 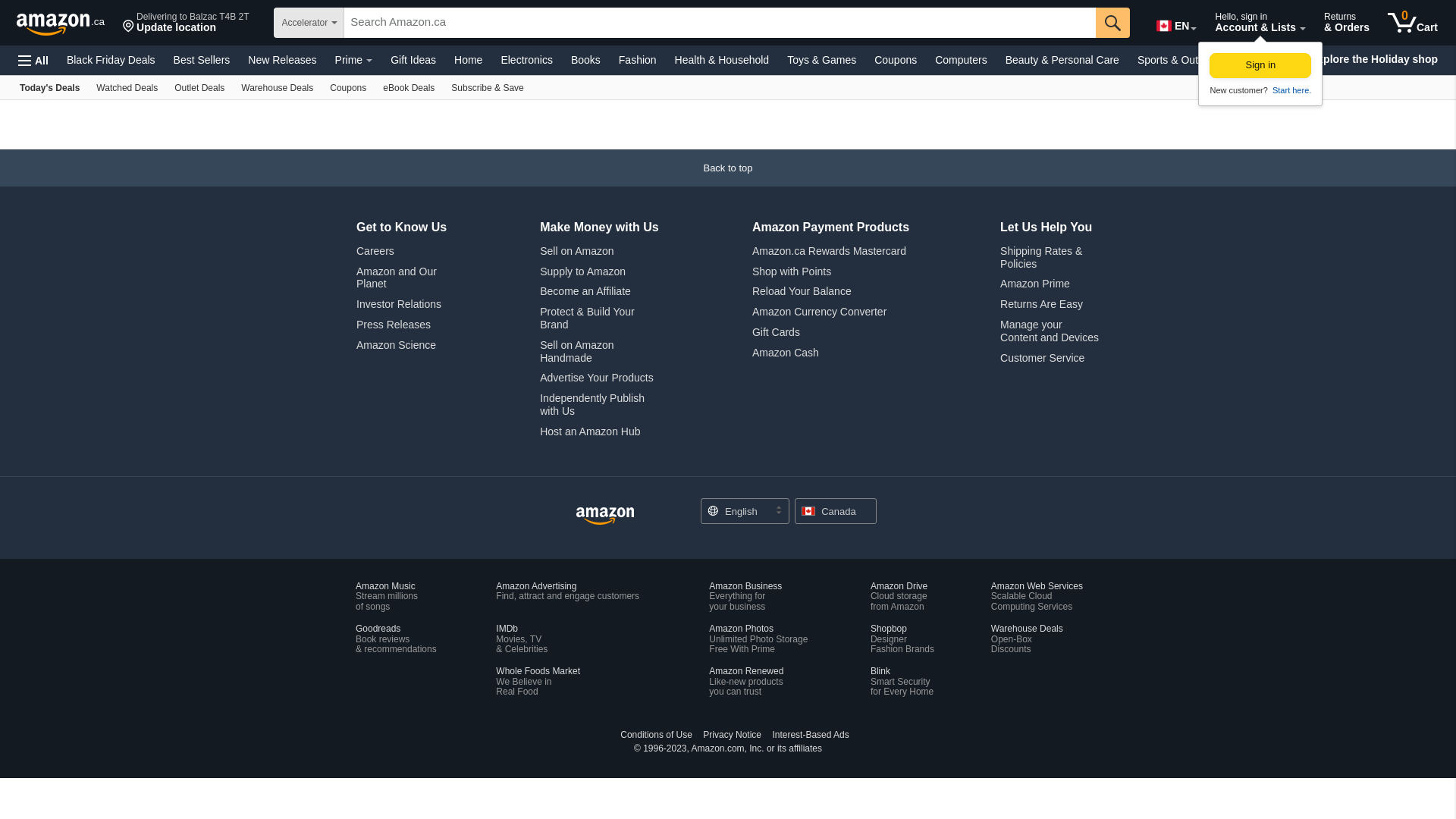 What do you see at coordinates (745, 680) in the screenshot?
I see `'Amazon Renewed` at bounding box center [745, 680].